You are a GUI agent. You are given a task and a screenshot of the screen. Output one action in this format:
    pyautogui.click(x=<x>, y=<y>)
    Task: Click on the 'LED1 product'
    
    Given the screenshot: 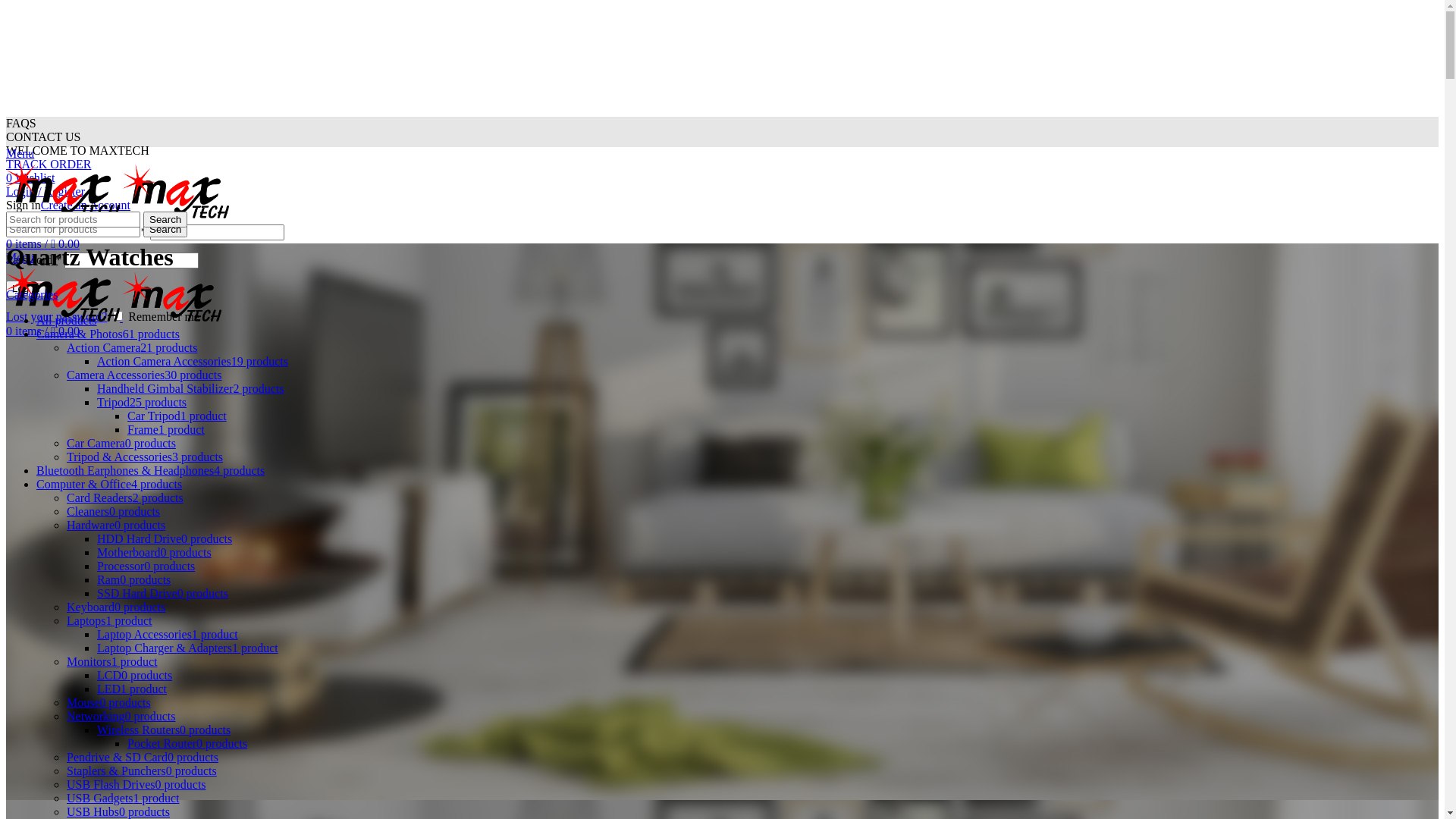 What is the action you would take?
    pyautogui.click(x=131, y=689)
    